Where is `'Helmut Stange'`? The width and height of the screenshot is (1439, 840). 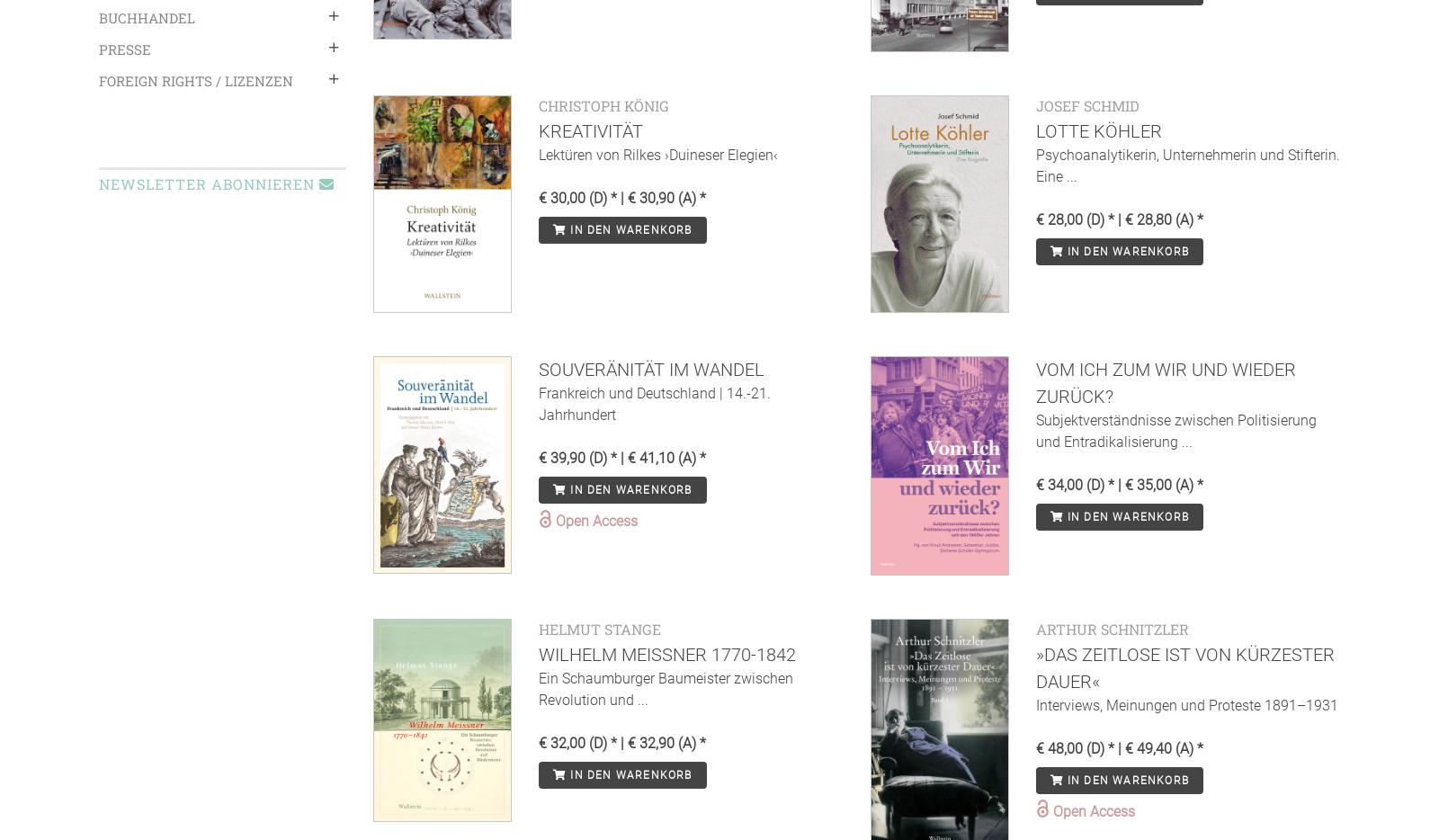
'Helmut Stange' is located at coordinates (600, 627).